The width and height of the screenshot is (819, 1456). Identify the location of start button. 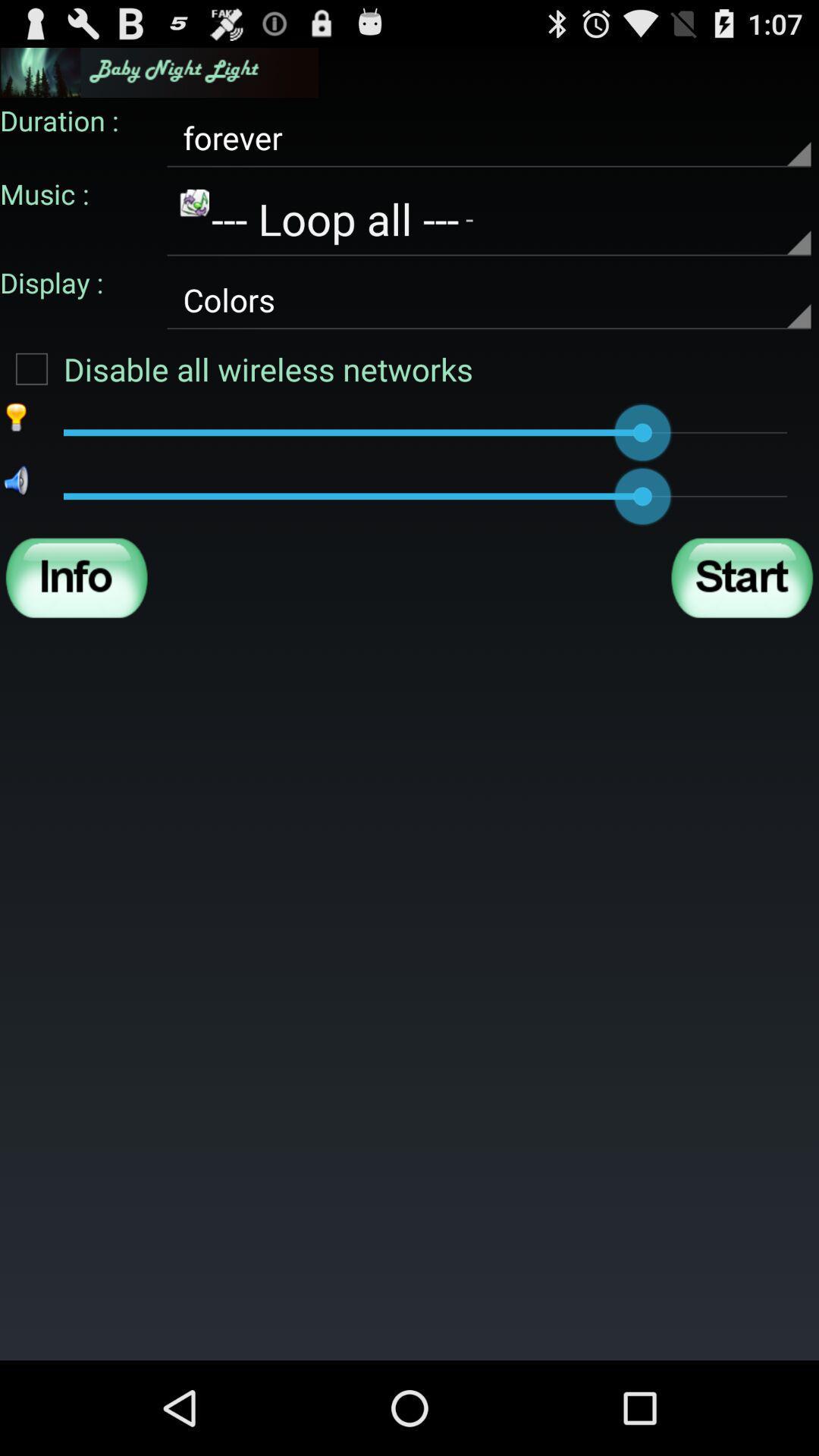
(741, 577).